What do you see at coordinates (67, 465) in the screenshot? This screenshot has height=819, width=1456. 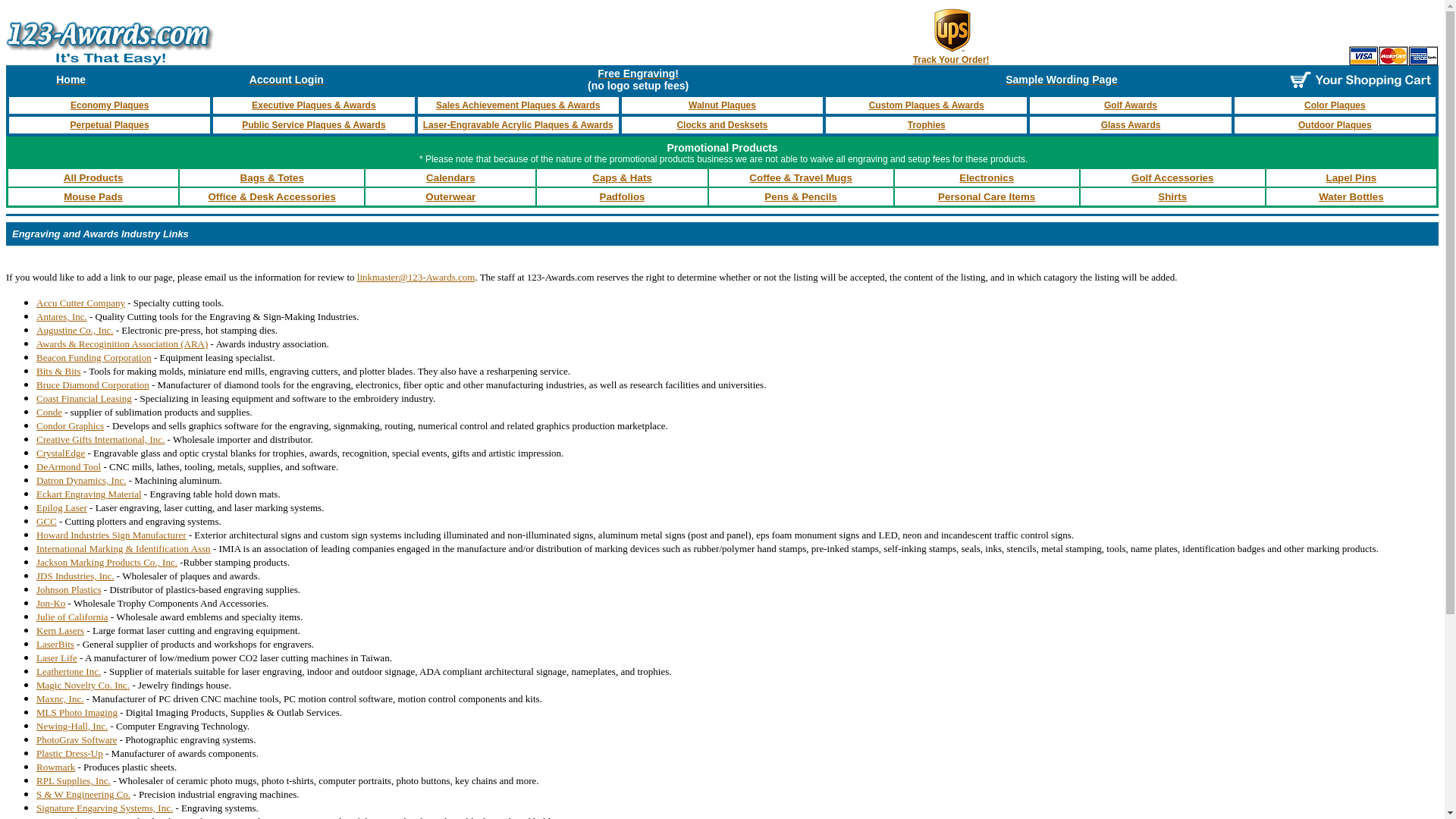 I see `'DeArmond Tool'` at bounding box center [67, 465].